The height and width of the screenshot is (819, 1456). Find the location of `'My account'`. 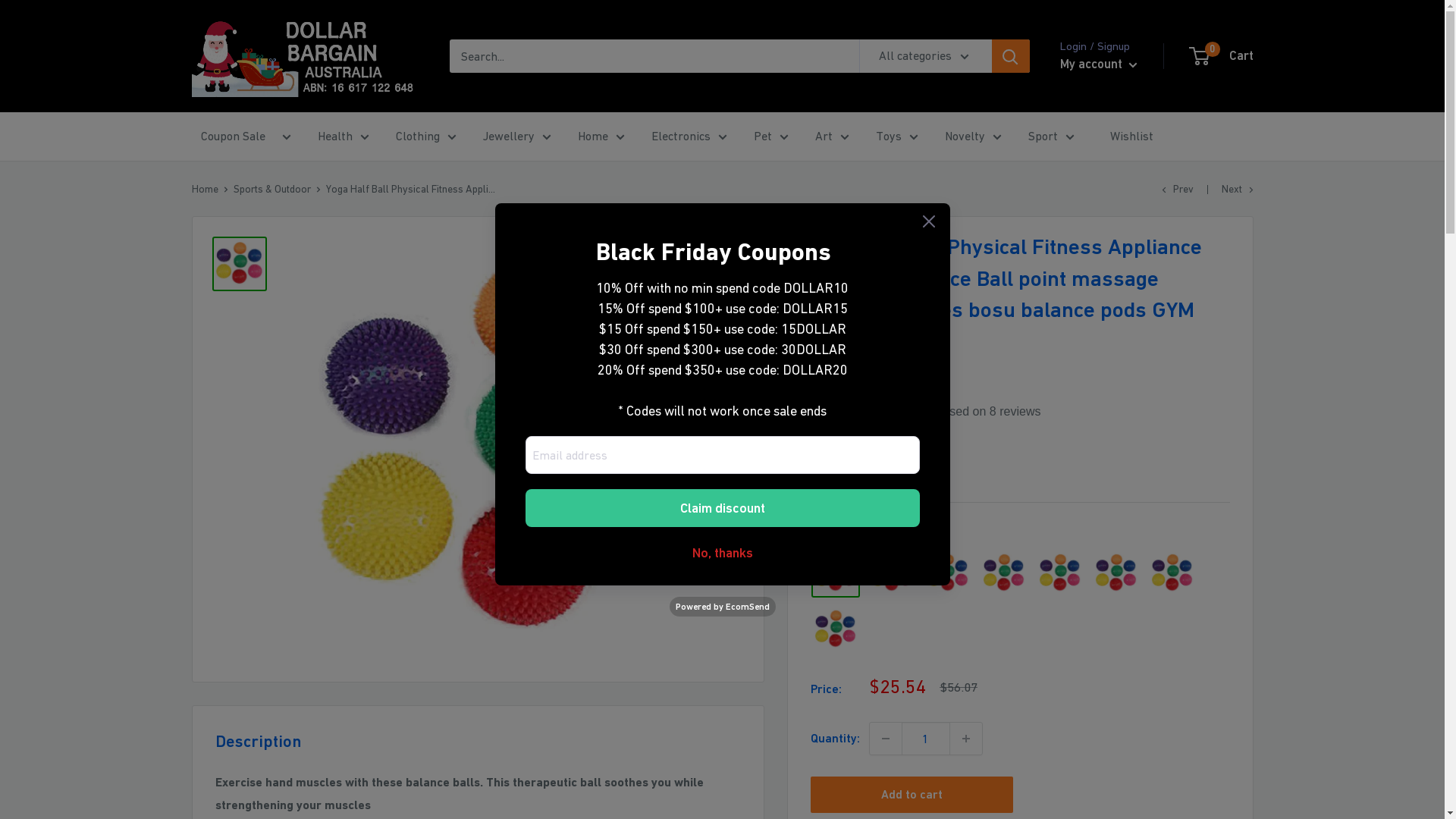

'My account' is located at coordinates (1099, 63).